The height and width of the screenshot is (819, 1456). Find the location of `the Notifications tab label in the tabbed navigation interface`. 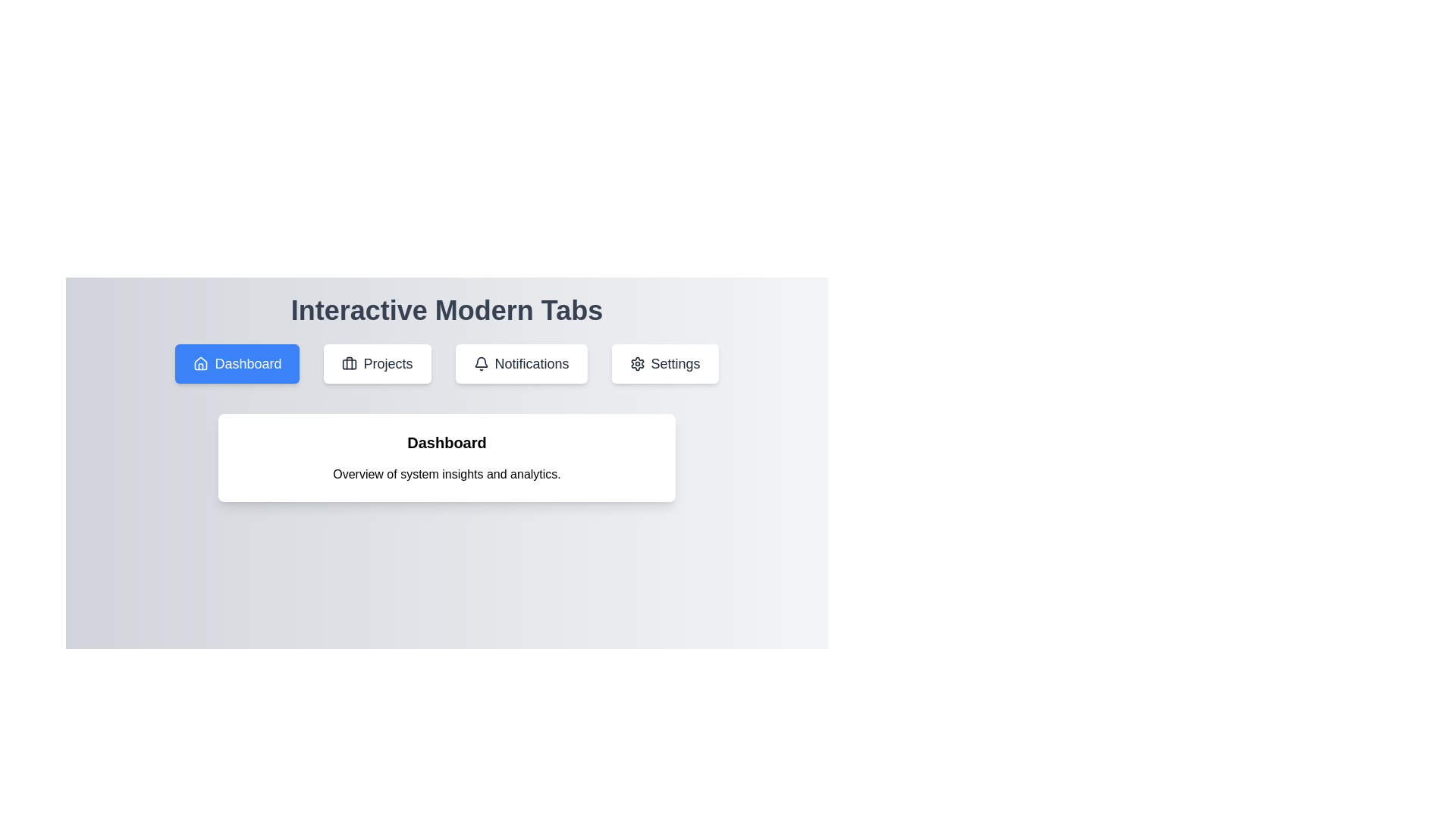

the Notifications tab label in the tabbed navigation interface is located at coordinates (532, 363).